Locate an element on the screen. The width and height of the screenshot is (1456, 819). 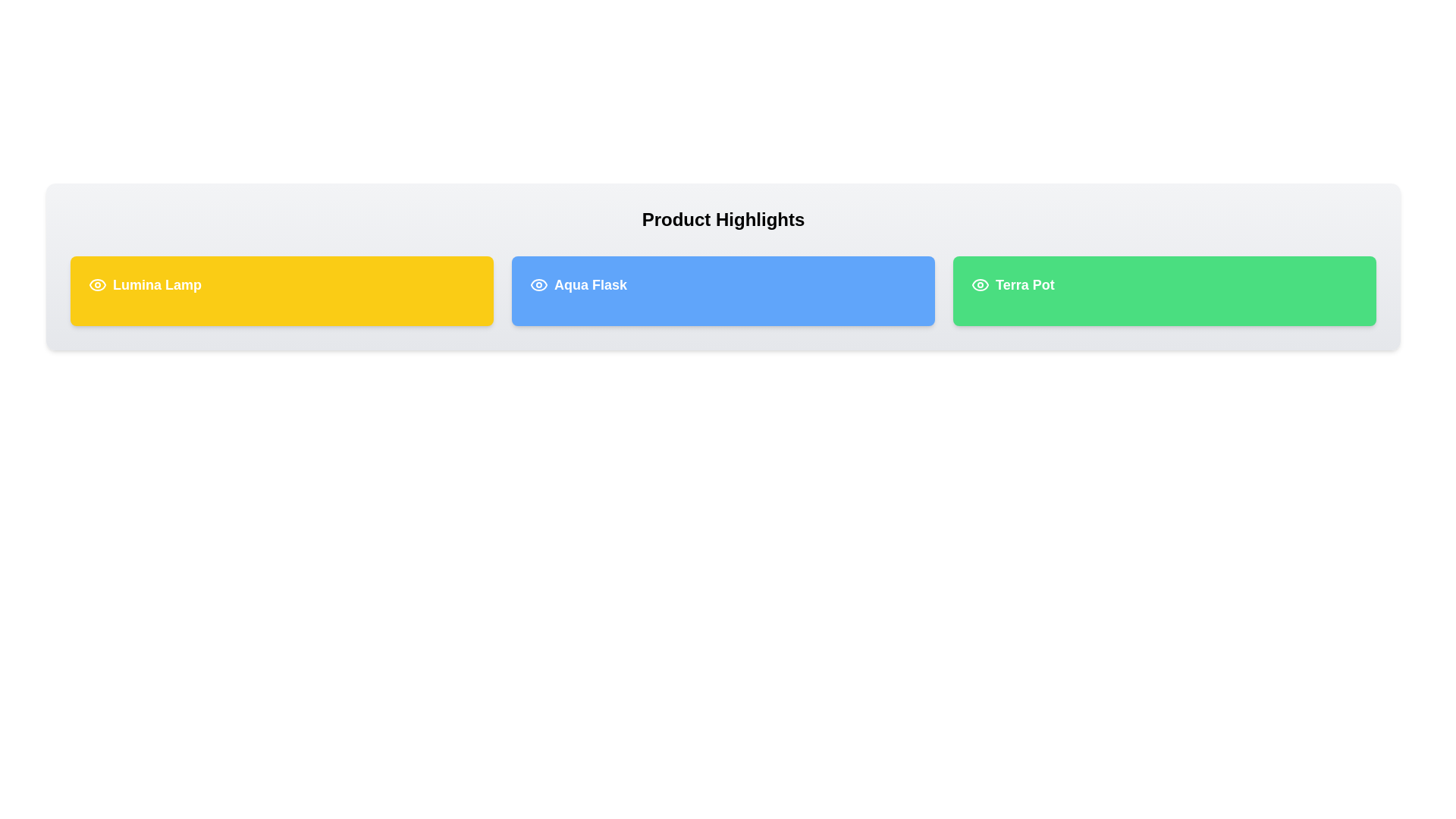
the yellow rectangular card element labeled 'Lumina Lamp', which is the first card in a grid of three items is located at coordinates (282, 291).